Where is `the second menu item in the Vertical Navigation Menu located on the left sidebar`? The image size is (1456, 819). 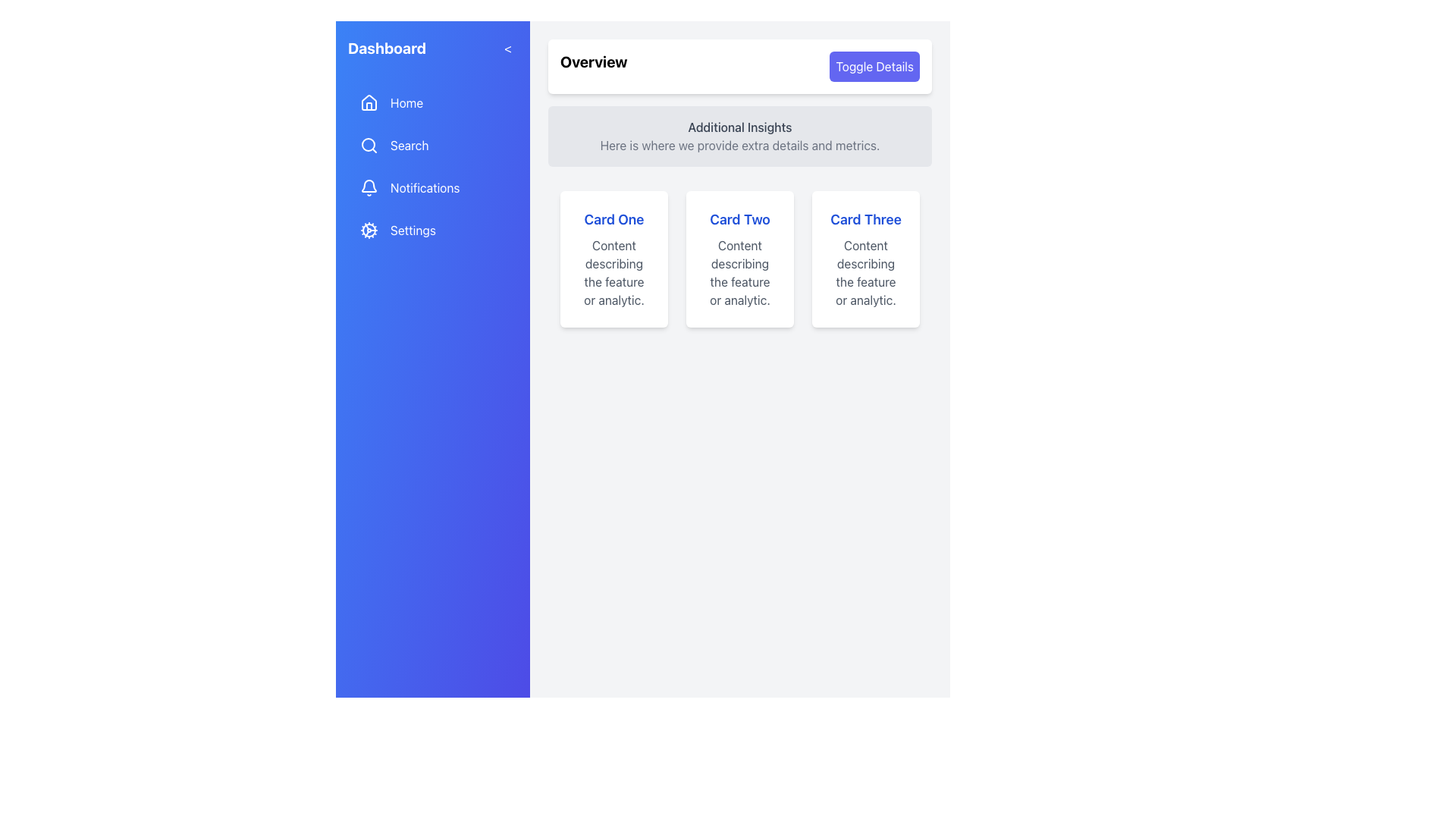
the second menu item in the Vertical Navigation Menu located on the left sidebar is located at coordinates (432, 166).